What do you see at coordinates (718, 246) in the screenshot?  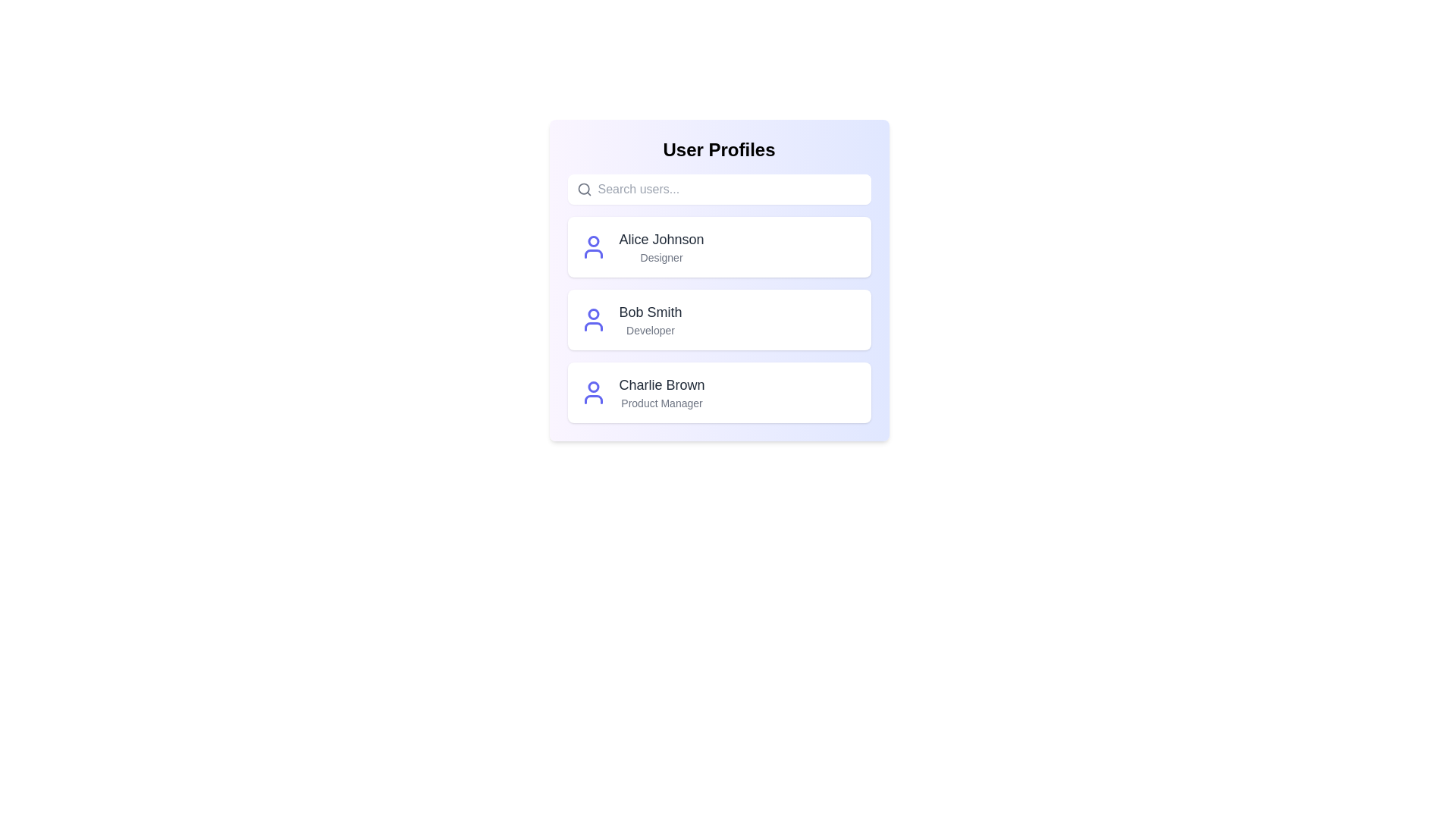 I see `the user profile of Alice Johnson to focus on it` at bounding box center [718, 246].